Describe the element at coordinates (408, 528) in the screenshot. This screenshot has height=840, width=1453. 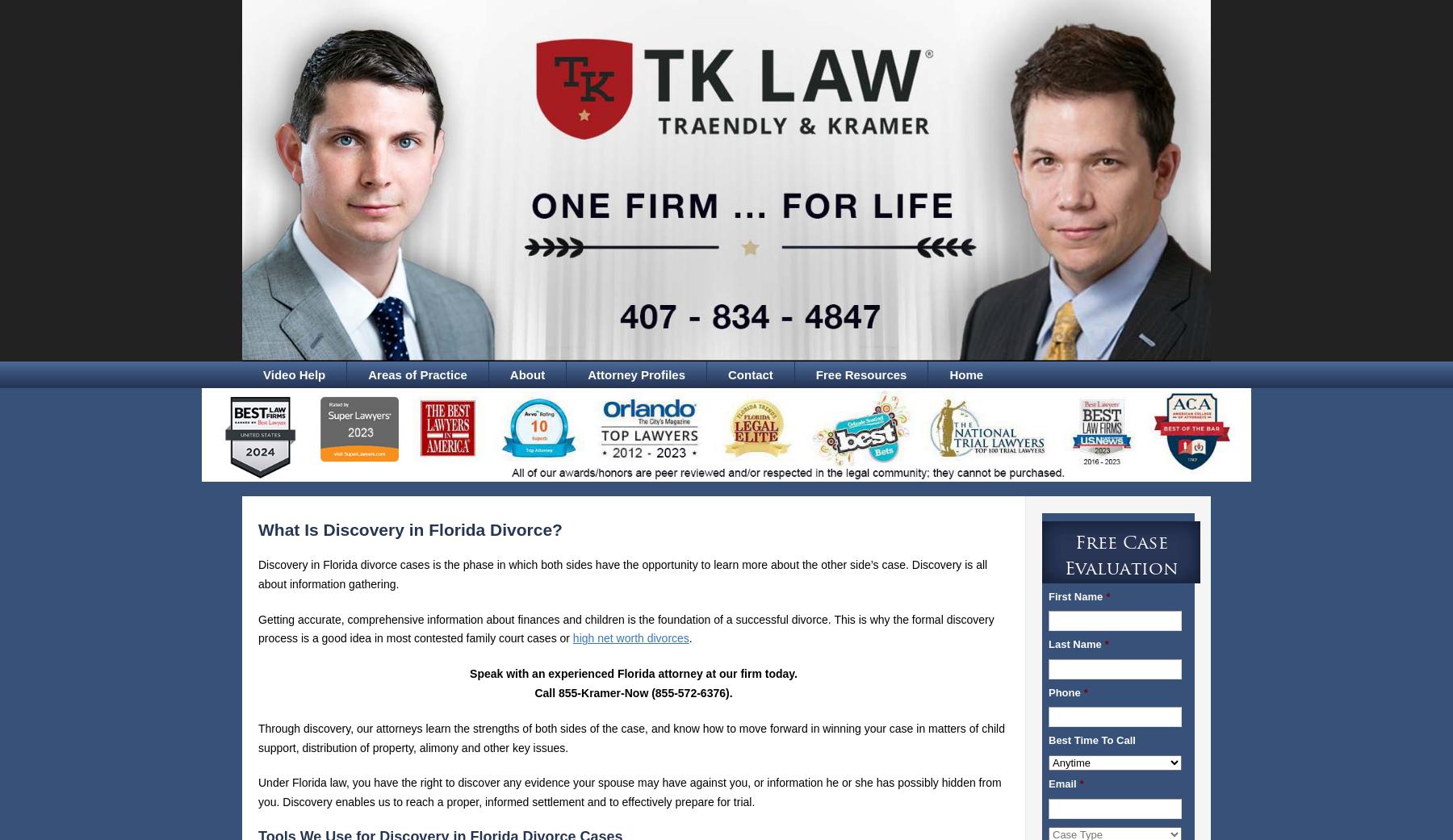
I see `'What Is Discovery in Florida Divorce?'` at that location.